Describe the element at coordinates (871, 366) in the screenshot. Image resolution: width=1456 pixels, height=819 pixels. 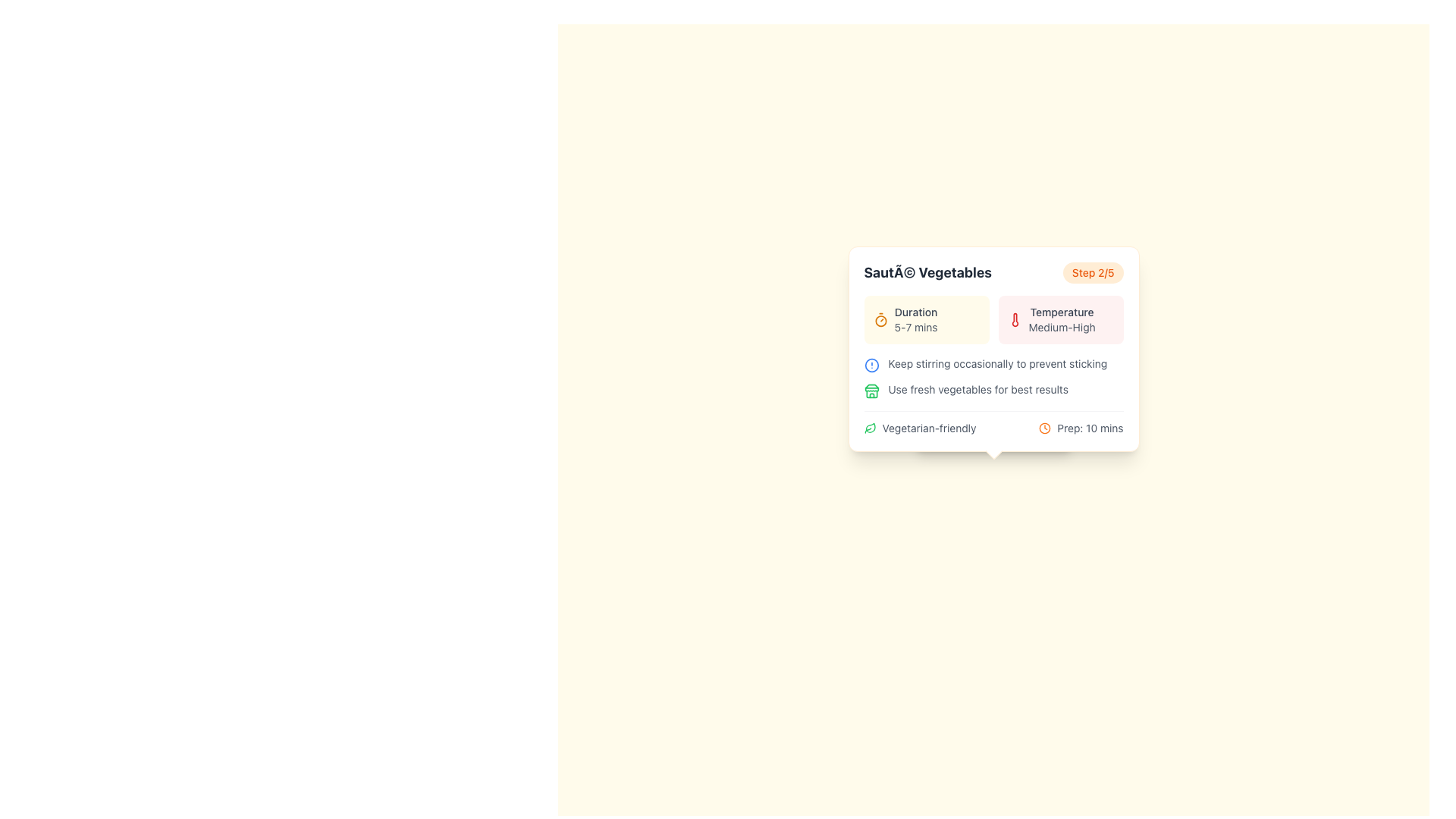
I see `the circular blue outlined icon with a white interior and a vertical exclamation mark in the center, which is aligned with the informational text about stirring` at that location.